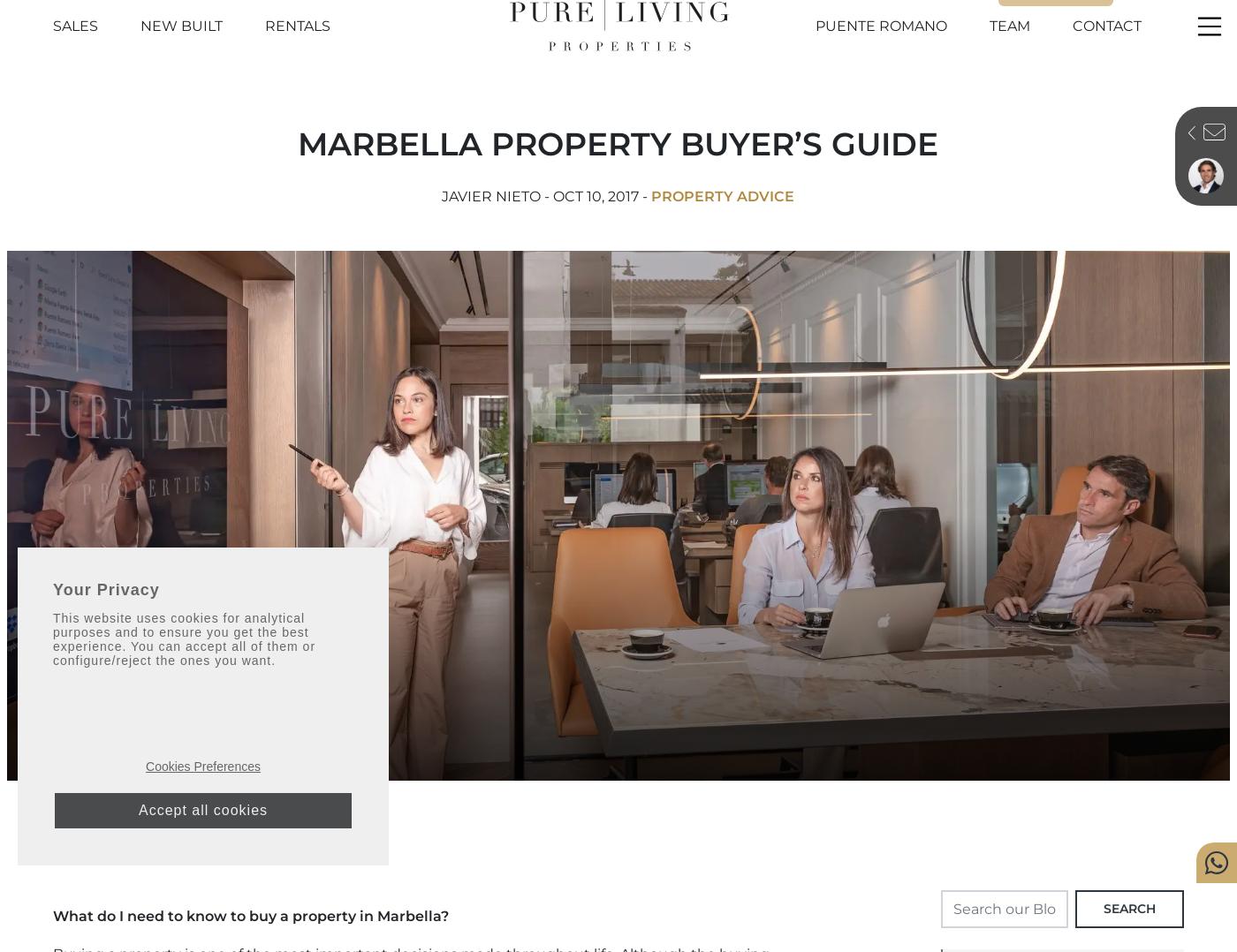  I want to click on '0', so click(1006, 8).